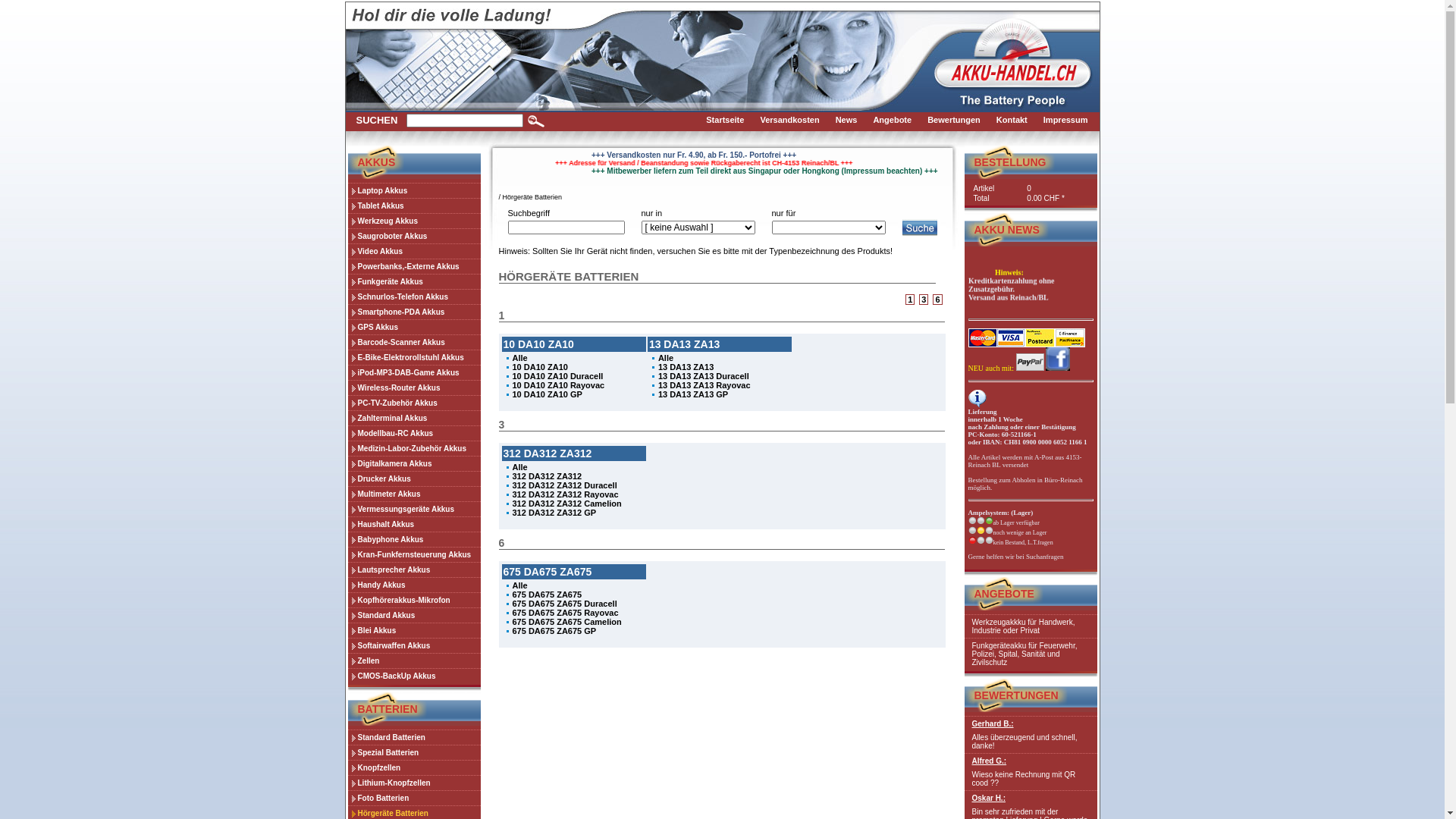 The image size is (1456, 819). I want to click on 'Barcode-Scanner Akkus', so click(413, 342).